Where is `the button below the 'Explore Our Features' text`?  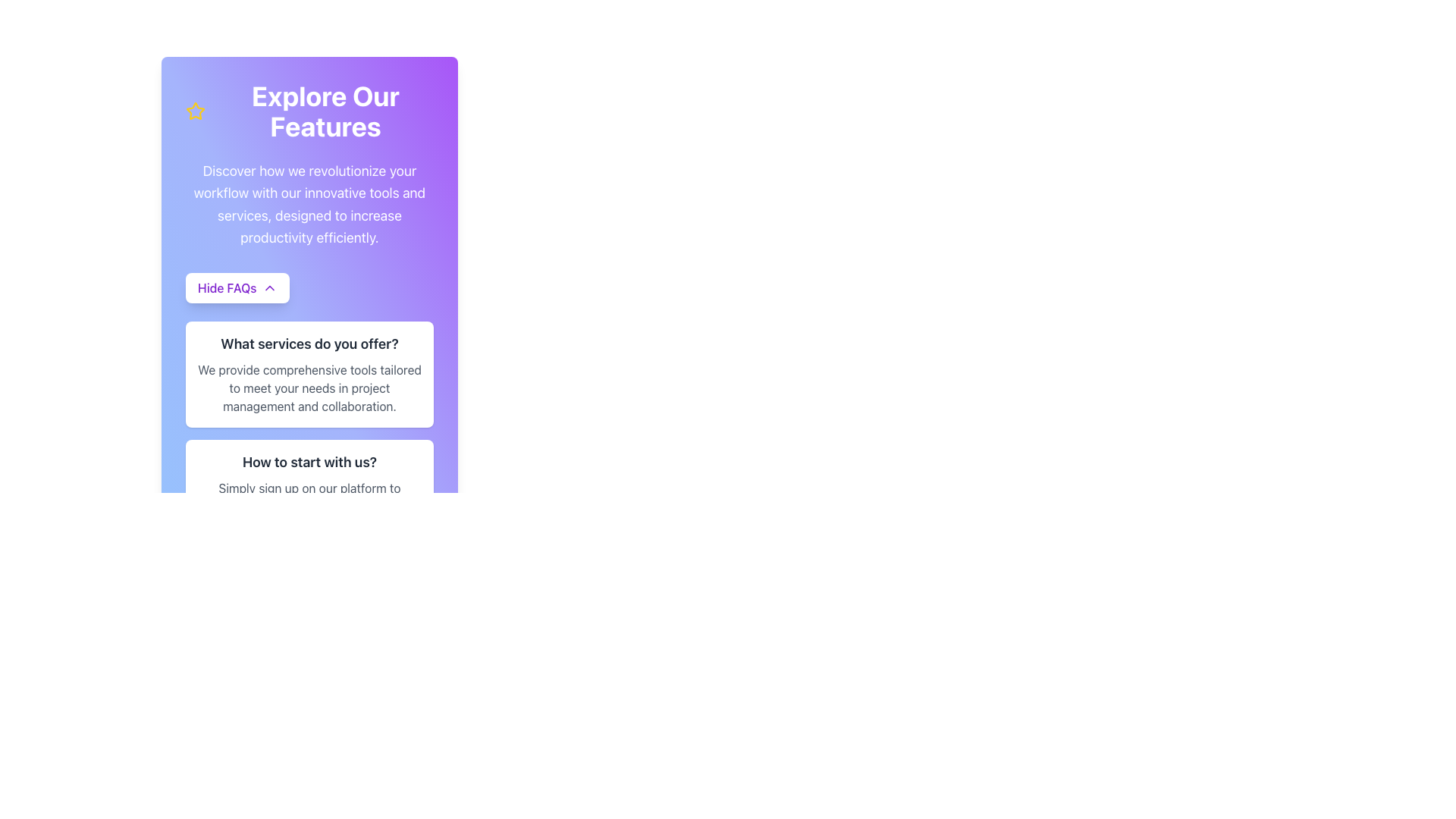
the button below the 'Explore Our Features' text is located at coordinates (237, 288).